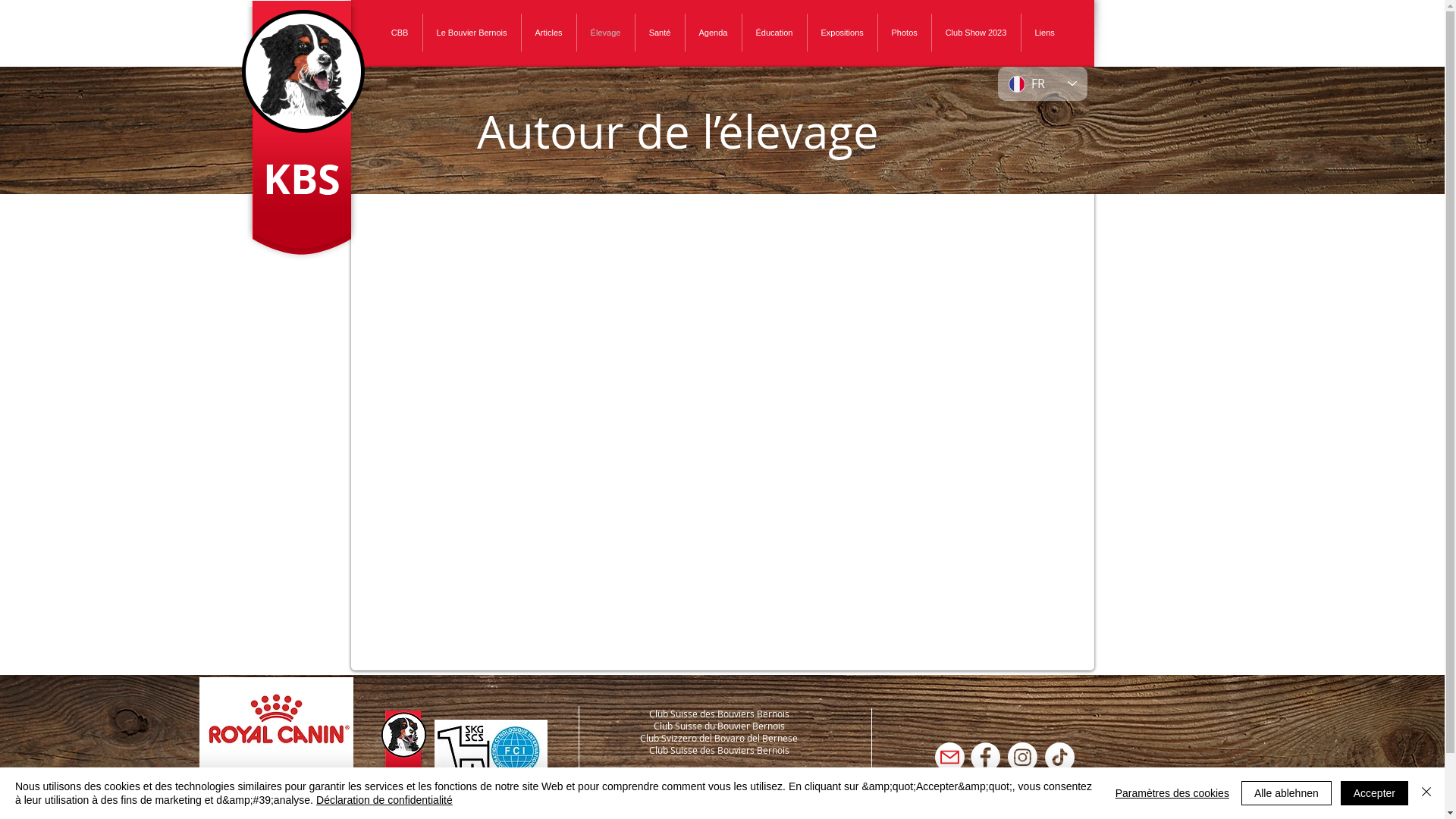  I want to click on 'Accepter', so click(1340, 792).